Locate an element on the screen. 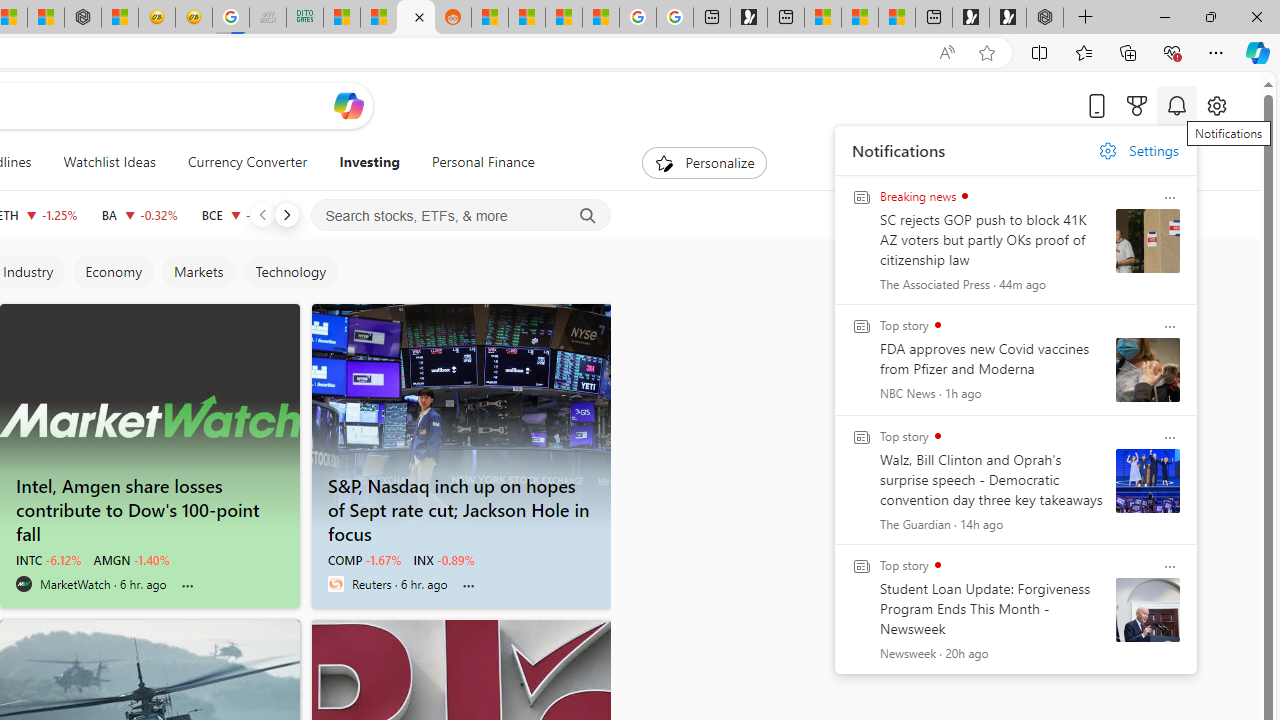 The height and width of the screenshot is (720, 1280). 'Microsoft rewards' is located at coordinates (1137, 105).